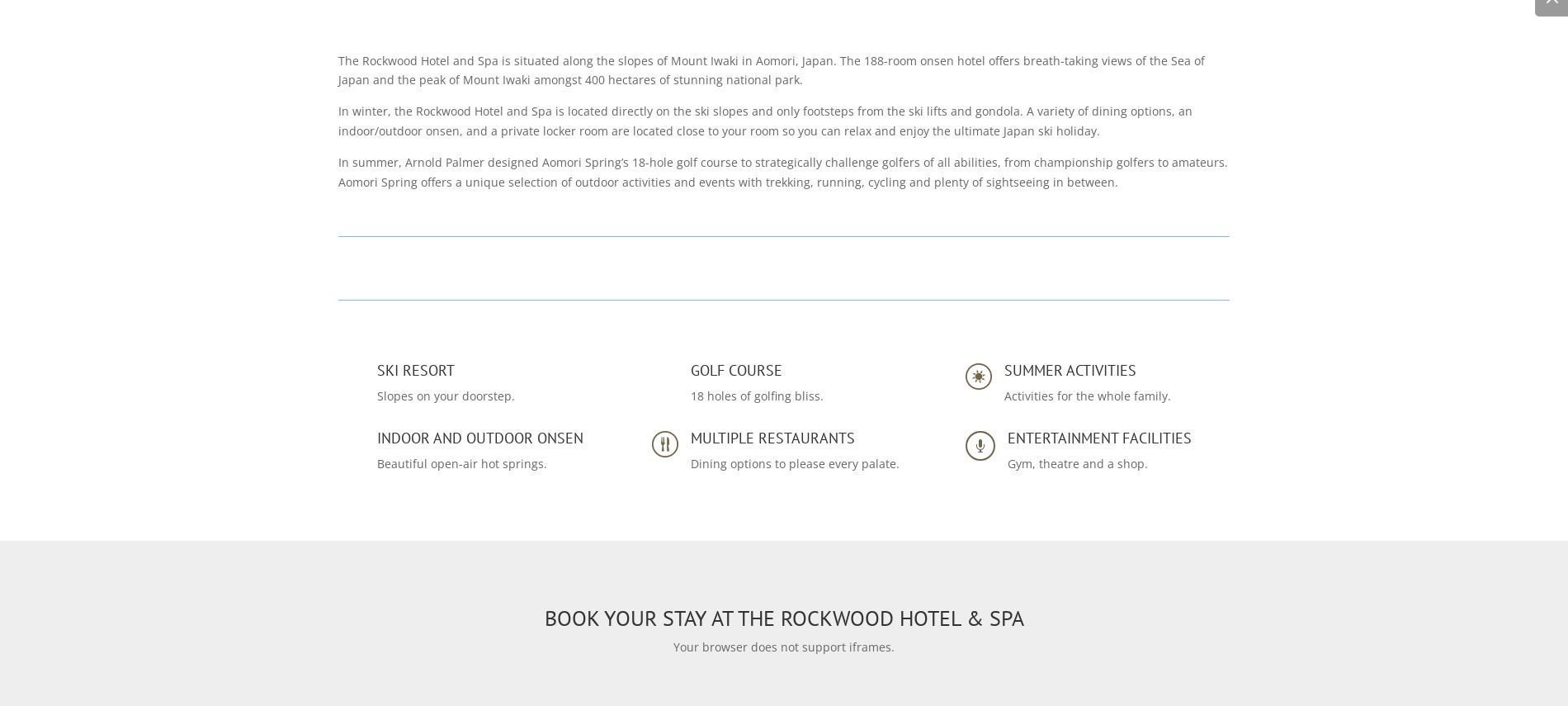 The height and width of the screenshot is (706, 1568). I want to click on 'Activities for the whole family.', so click(1086, 396).